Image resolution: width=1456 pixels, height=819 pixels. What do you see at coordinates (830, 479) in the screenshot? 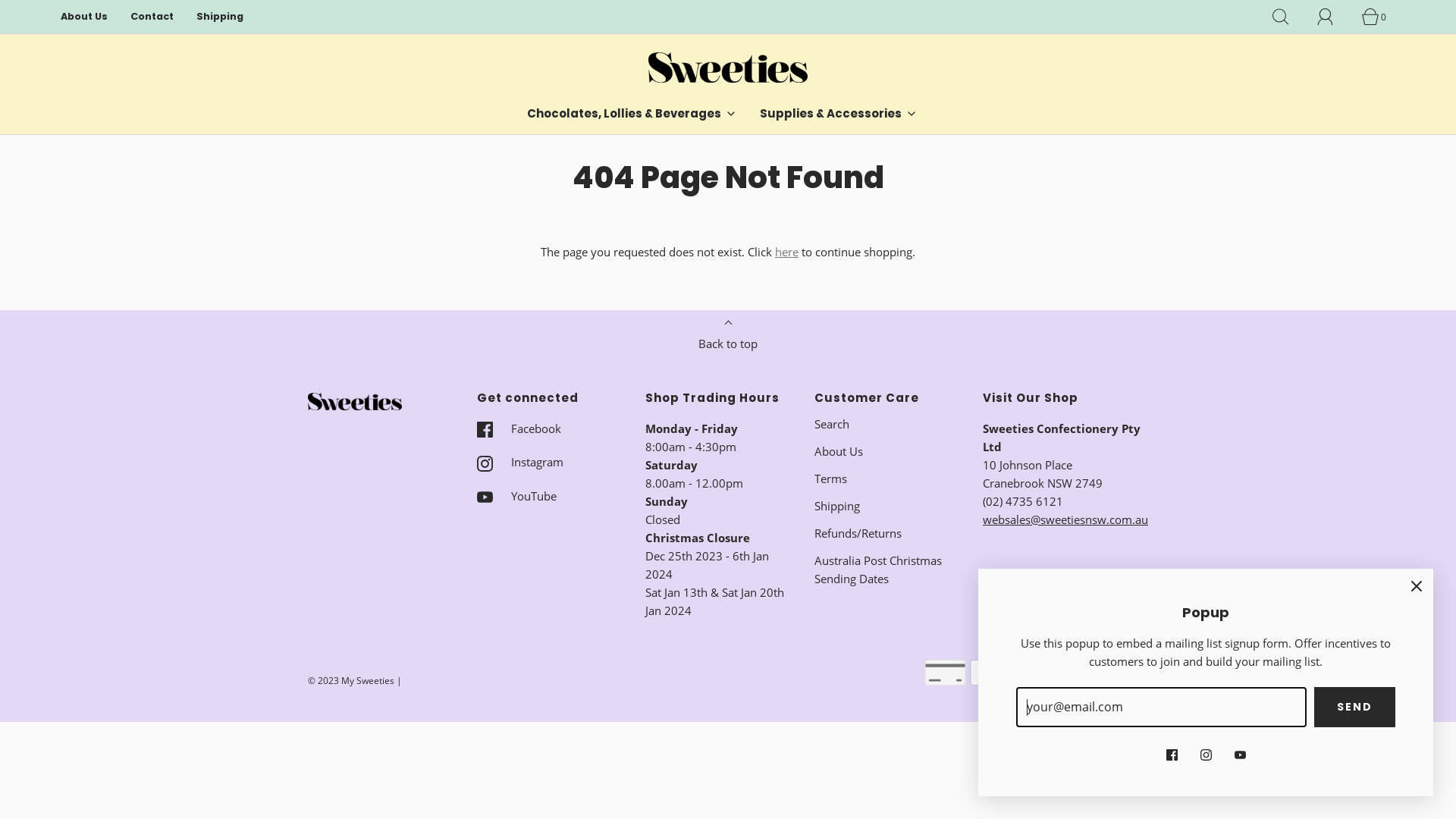
I see `'Terms'` at bounding box center [830, 479].